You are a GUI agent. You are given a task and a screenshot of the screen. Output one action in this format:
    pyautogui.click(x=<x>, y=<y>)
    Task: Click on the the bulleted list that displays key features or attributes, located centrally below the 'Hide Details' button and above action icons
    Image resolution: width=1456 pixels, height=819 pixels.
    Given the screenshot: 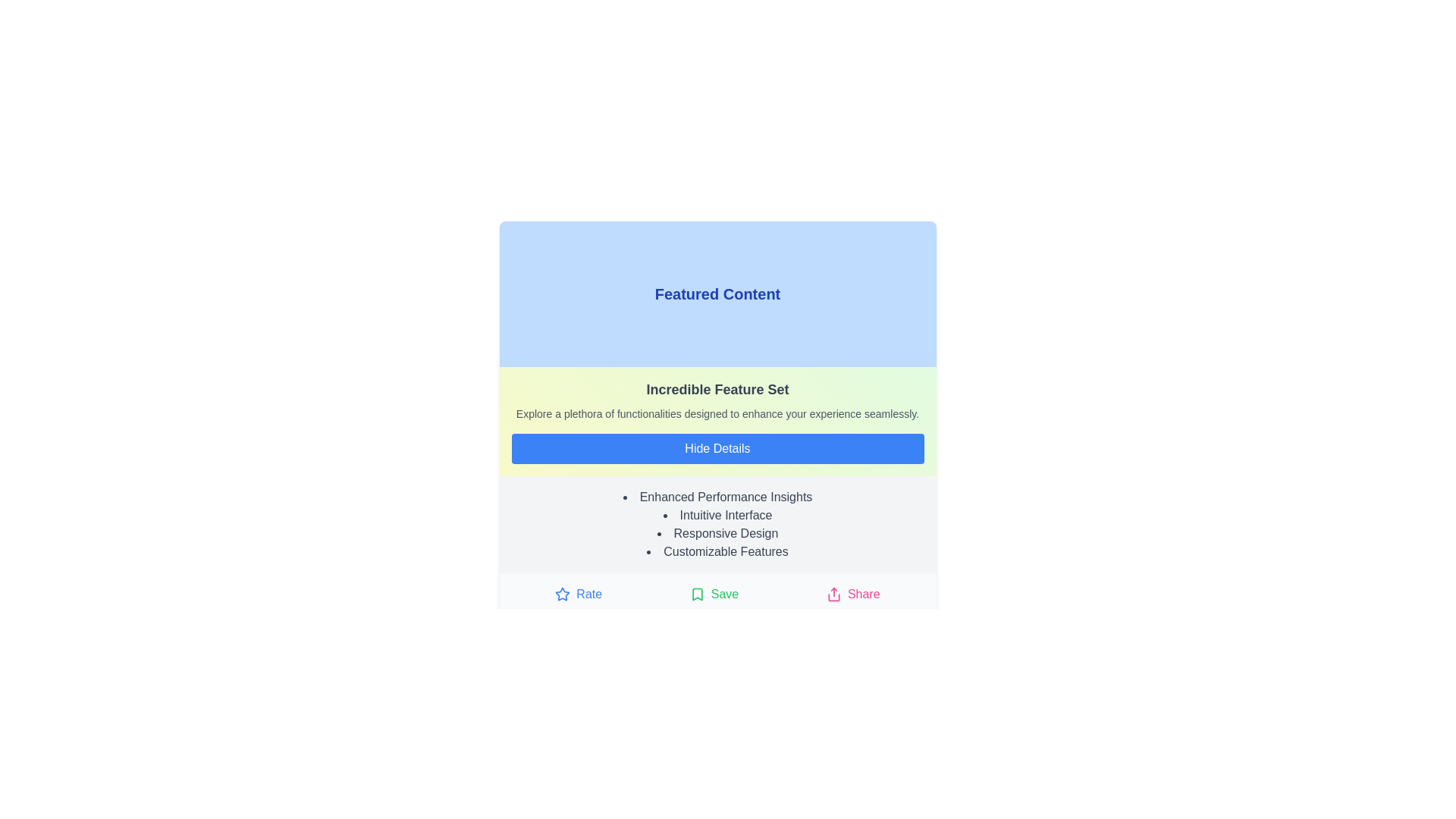 What is the action you would take?
    pyautogui.click(x=717, y=523)
    